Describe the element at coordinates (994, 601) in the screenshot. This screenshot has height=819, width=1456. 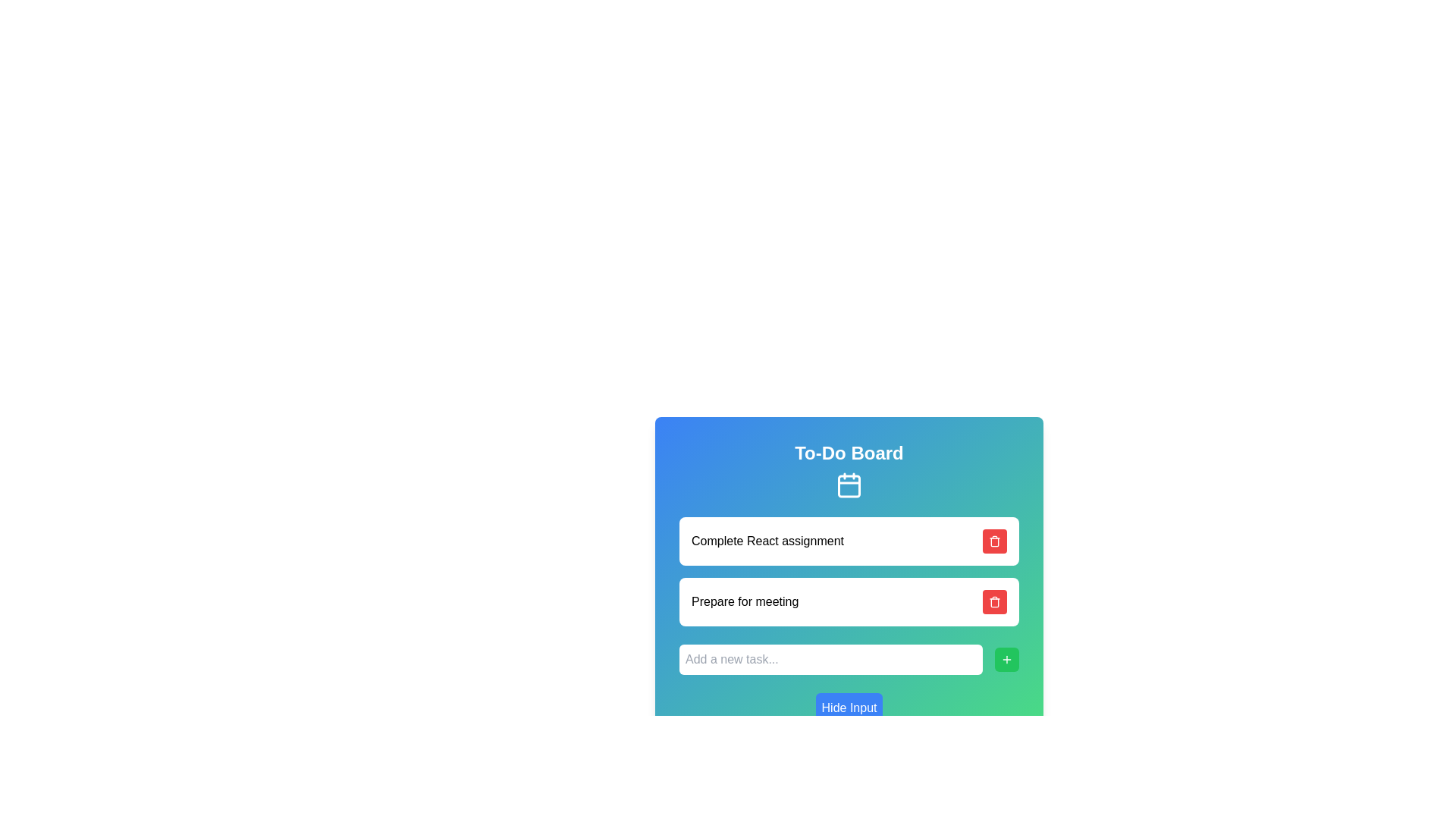
I see `the red rounded rectangle button with a white trash can icon` at that location.